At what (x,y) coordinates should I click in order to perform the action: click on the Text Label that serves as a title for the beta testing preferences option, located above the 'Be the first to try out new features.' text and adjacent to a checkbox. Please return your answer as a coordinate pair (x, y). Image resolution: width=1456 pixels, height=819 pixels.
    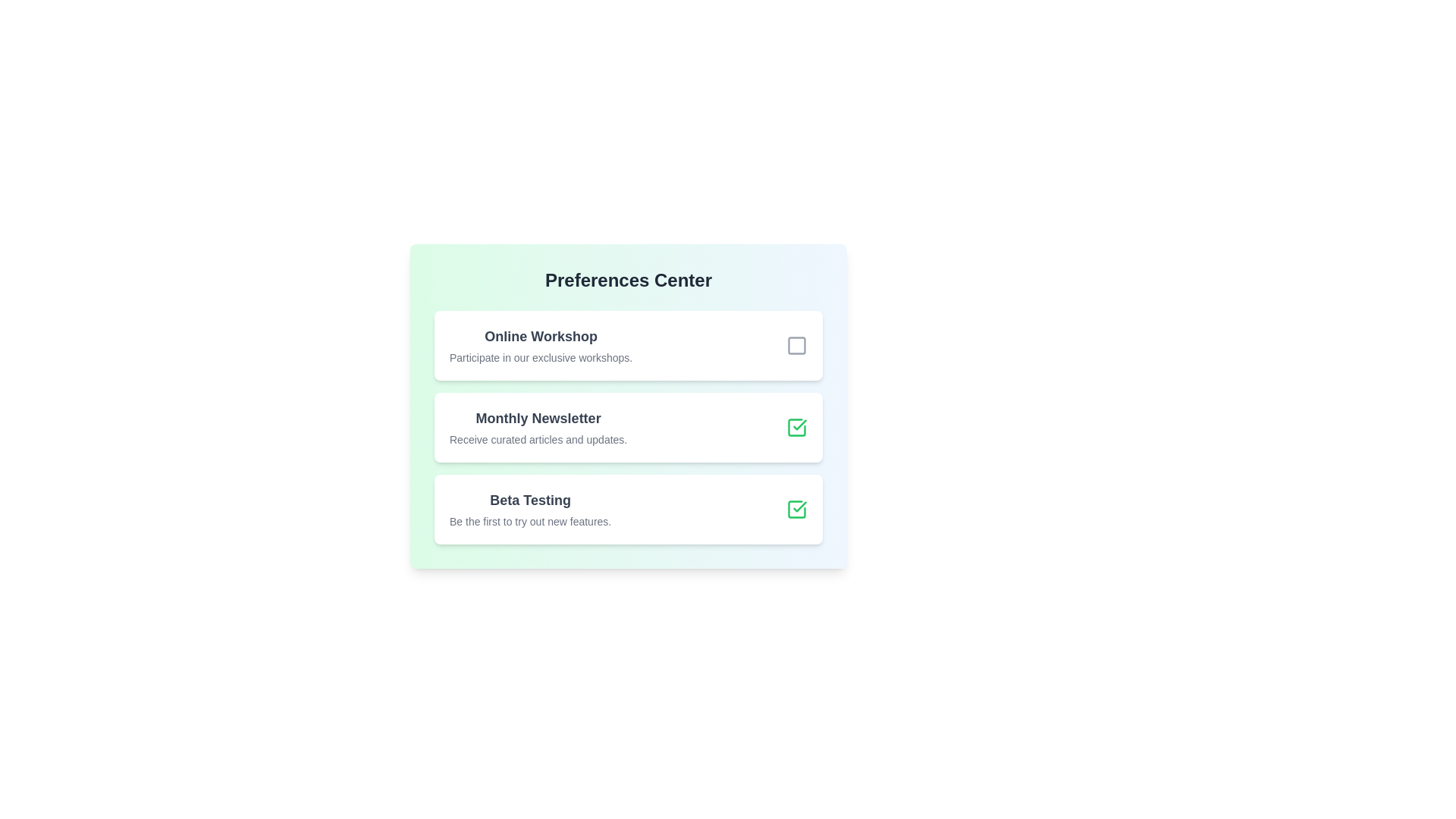
    Looking at the image, I should click on (530, 500).